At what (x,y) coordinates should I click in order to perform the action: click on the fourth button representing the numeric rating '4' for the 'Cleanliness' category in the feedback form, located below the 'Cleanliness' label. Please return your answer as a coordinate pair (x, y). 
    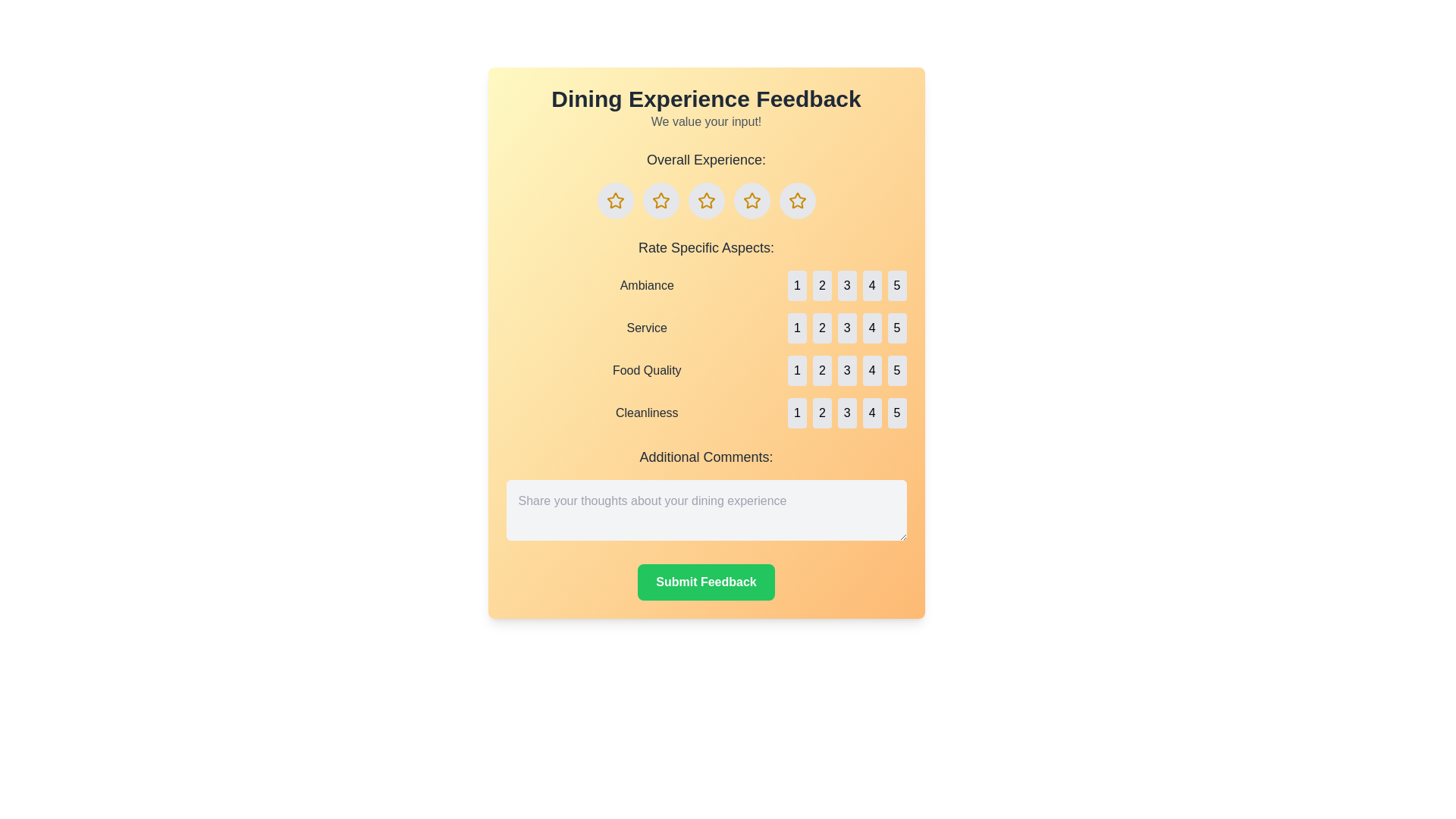
    Looking at the image, I should click on (872, 413).